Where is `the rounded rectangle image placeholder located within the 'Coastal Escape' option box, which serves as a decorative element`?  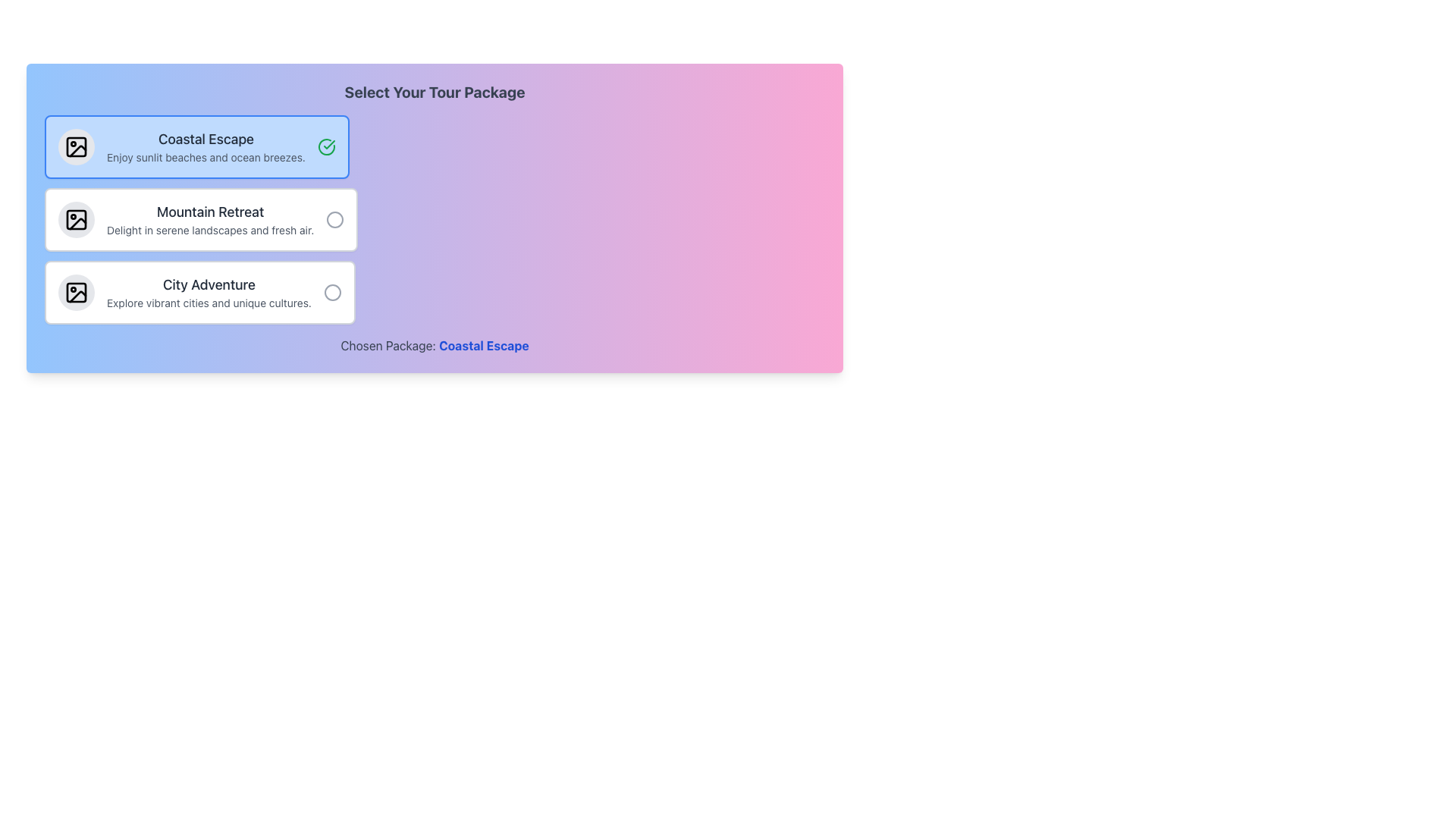
the rounded rectangle image placeholder located within the 'Coastal Escape' option box, which serves as a decorative element is located at coordinates (75, 146).